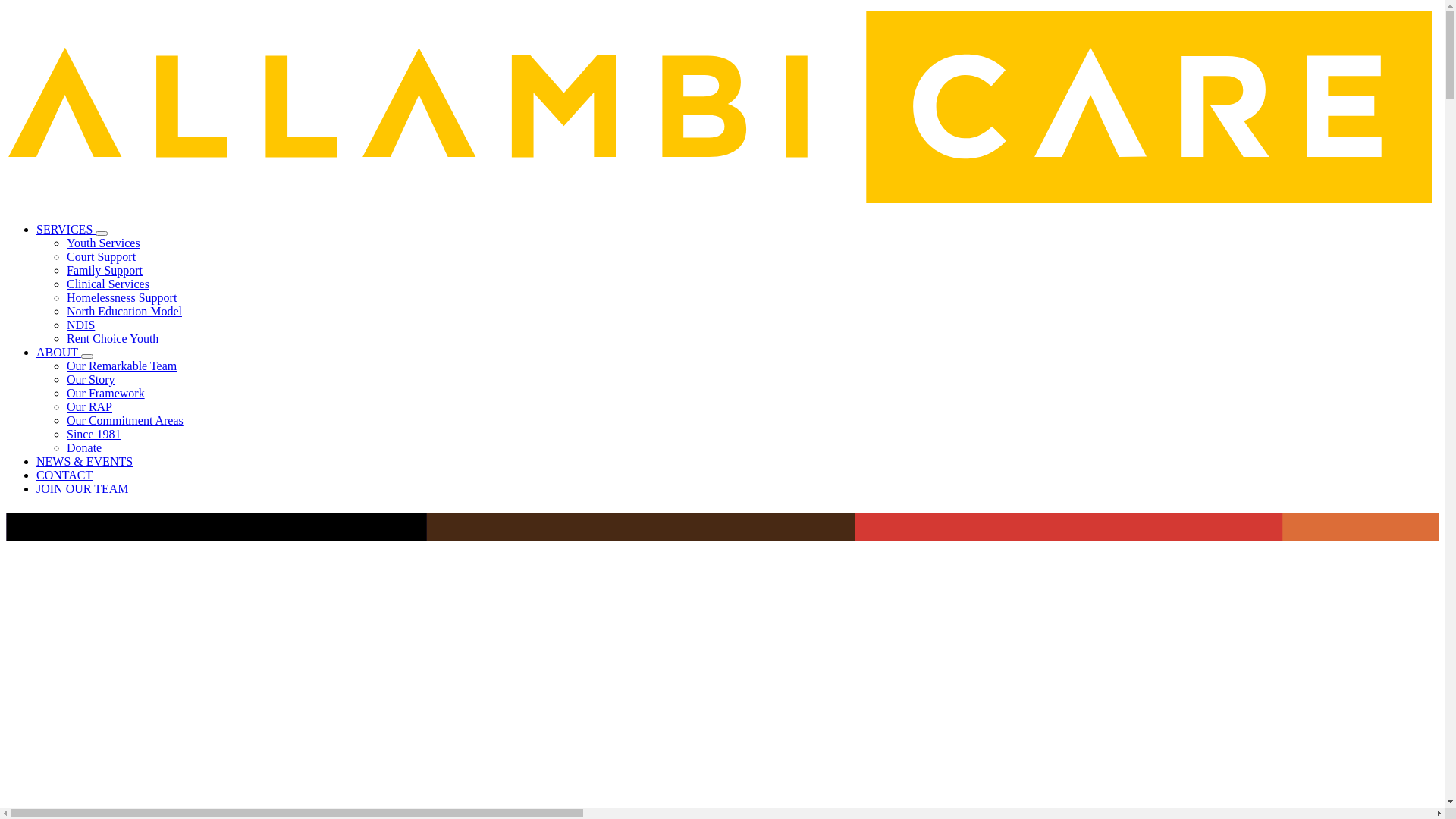  Describe the element at coordinates (80, 324) in the screenshot. I see `'NDIS'` at that location.